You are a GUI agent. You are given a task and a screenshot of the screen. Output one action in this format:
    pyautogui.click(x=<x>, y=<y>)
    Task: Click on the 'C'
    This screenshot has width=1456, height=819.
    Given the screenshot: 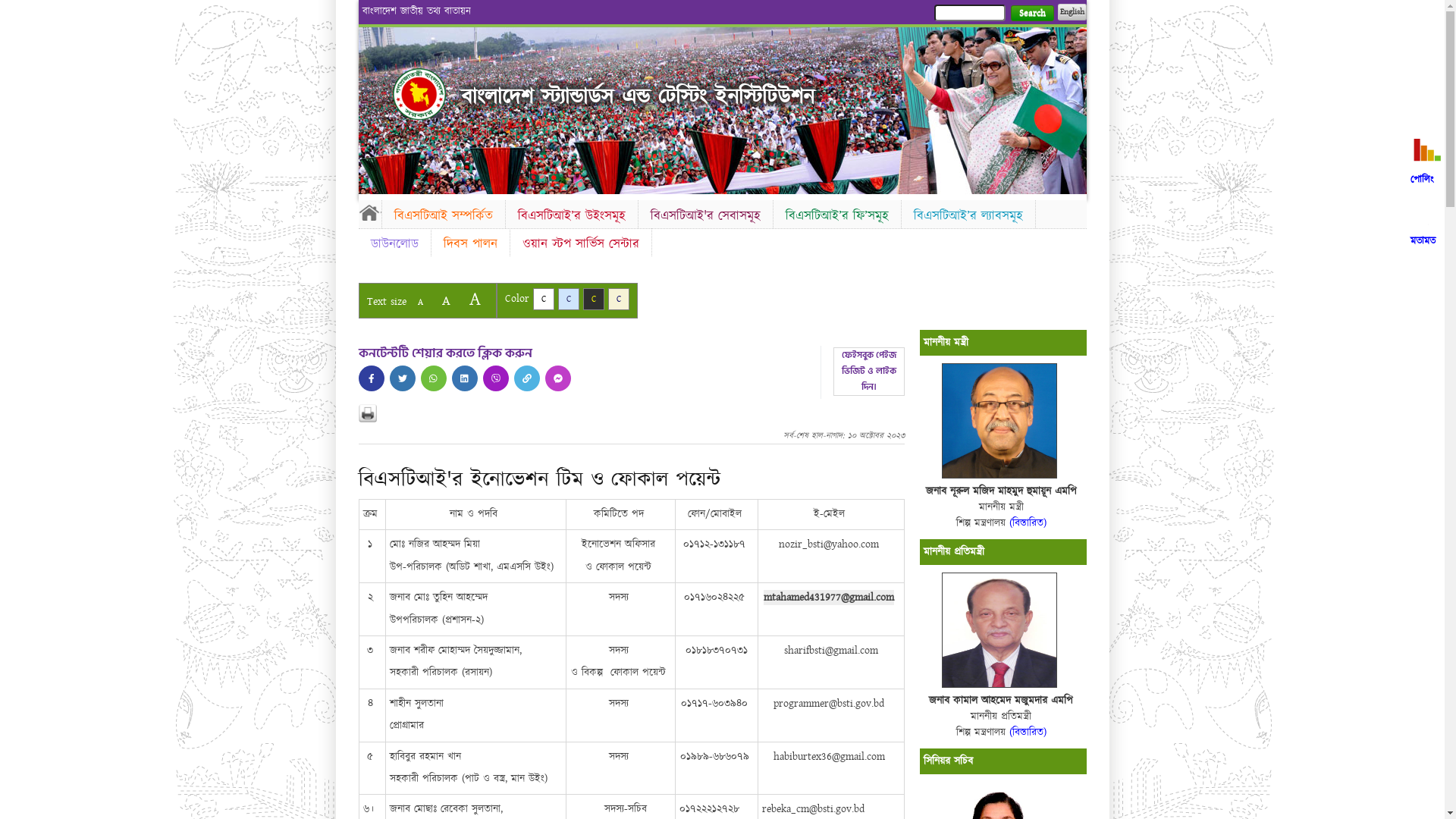 What is the action you would take?
    pyautogui.click(x=567, y=299)
    